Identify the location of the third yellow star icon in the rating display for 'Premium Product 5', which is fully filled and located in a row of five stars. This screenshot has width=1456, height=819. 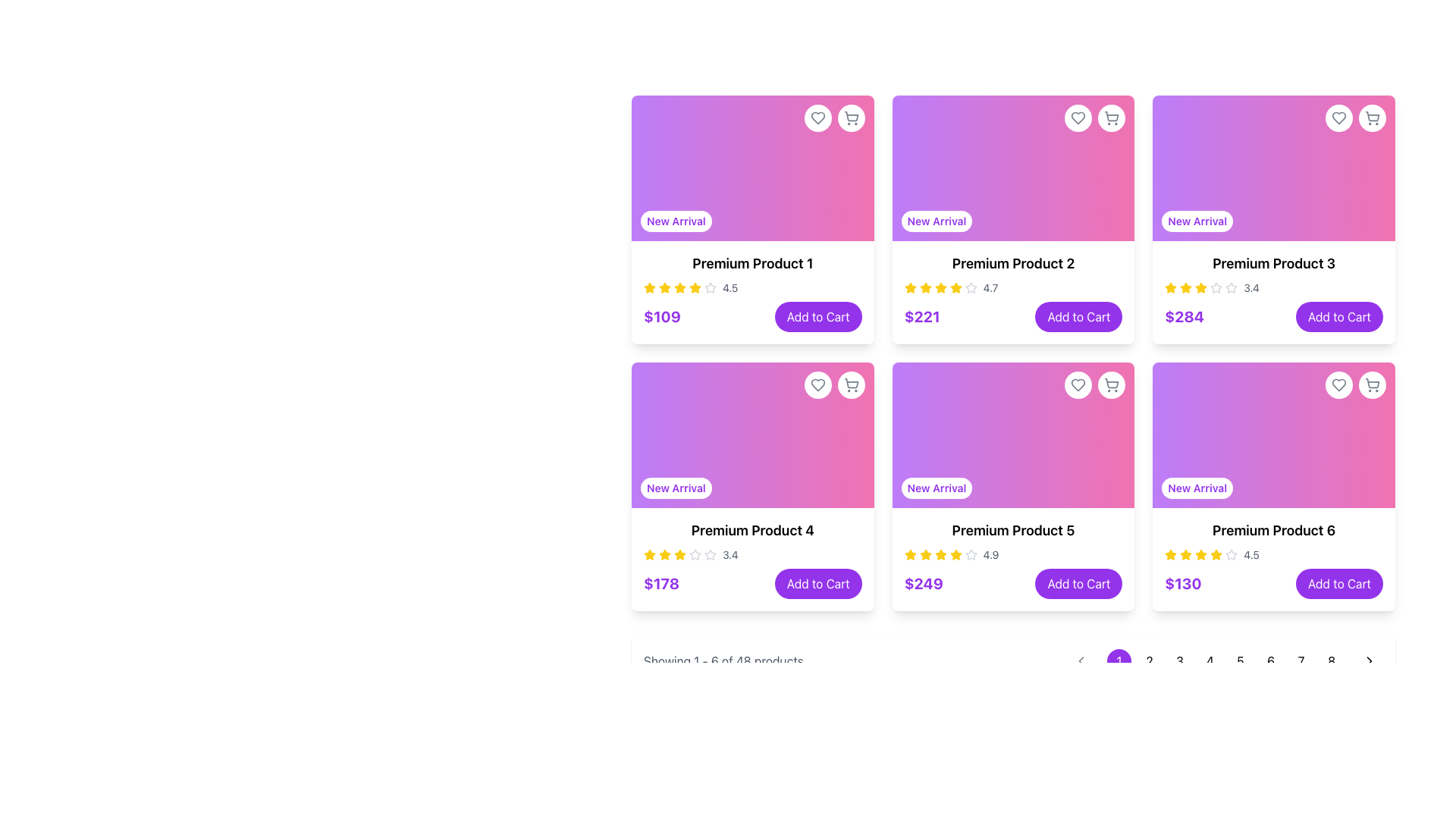
(924, 555).